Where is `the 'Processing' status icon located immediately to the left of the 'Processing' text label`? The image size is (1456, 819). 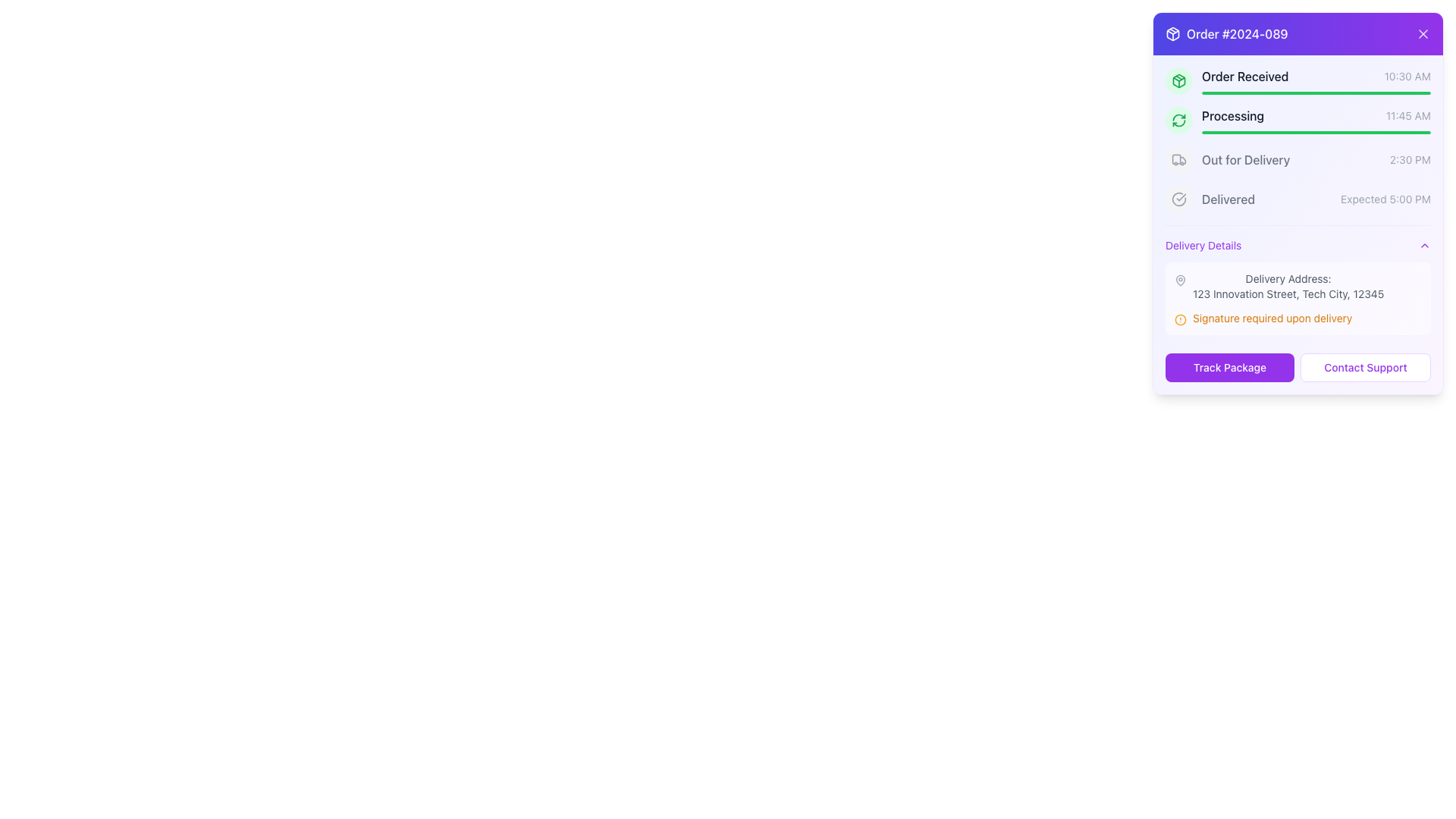
the 'Processing' status icon located immediately to the left of the 'Processing' text label is located at coordinates (1178, 119).